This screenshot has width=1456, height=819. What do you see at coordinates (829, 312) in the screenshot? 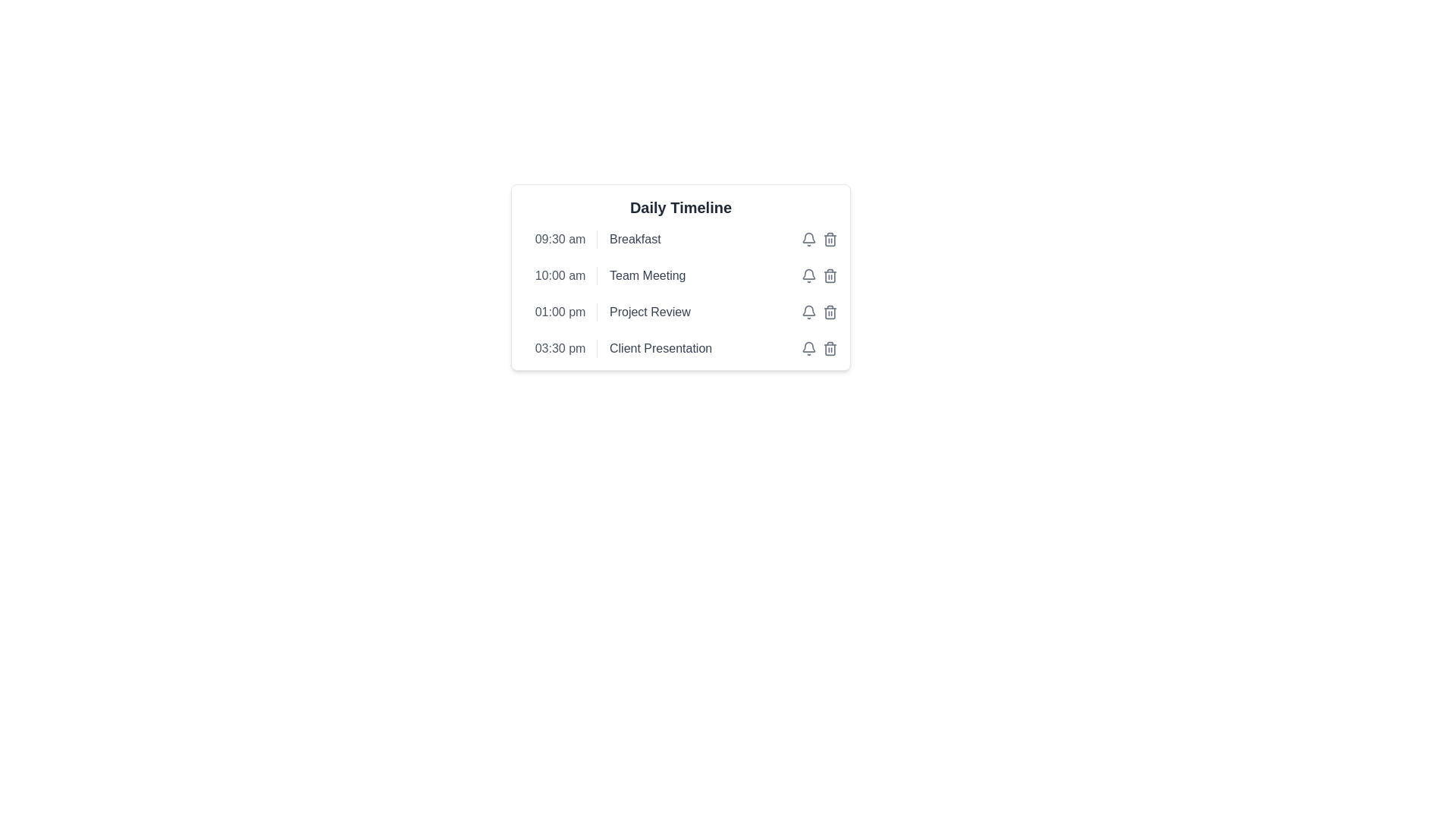
I see `the trash bin icon element representing the bin itself, which is part of the '01:00 pm Project Review' entry in the timeline interface` at bounding box center [829, 312].